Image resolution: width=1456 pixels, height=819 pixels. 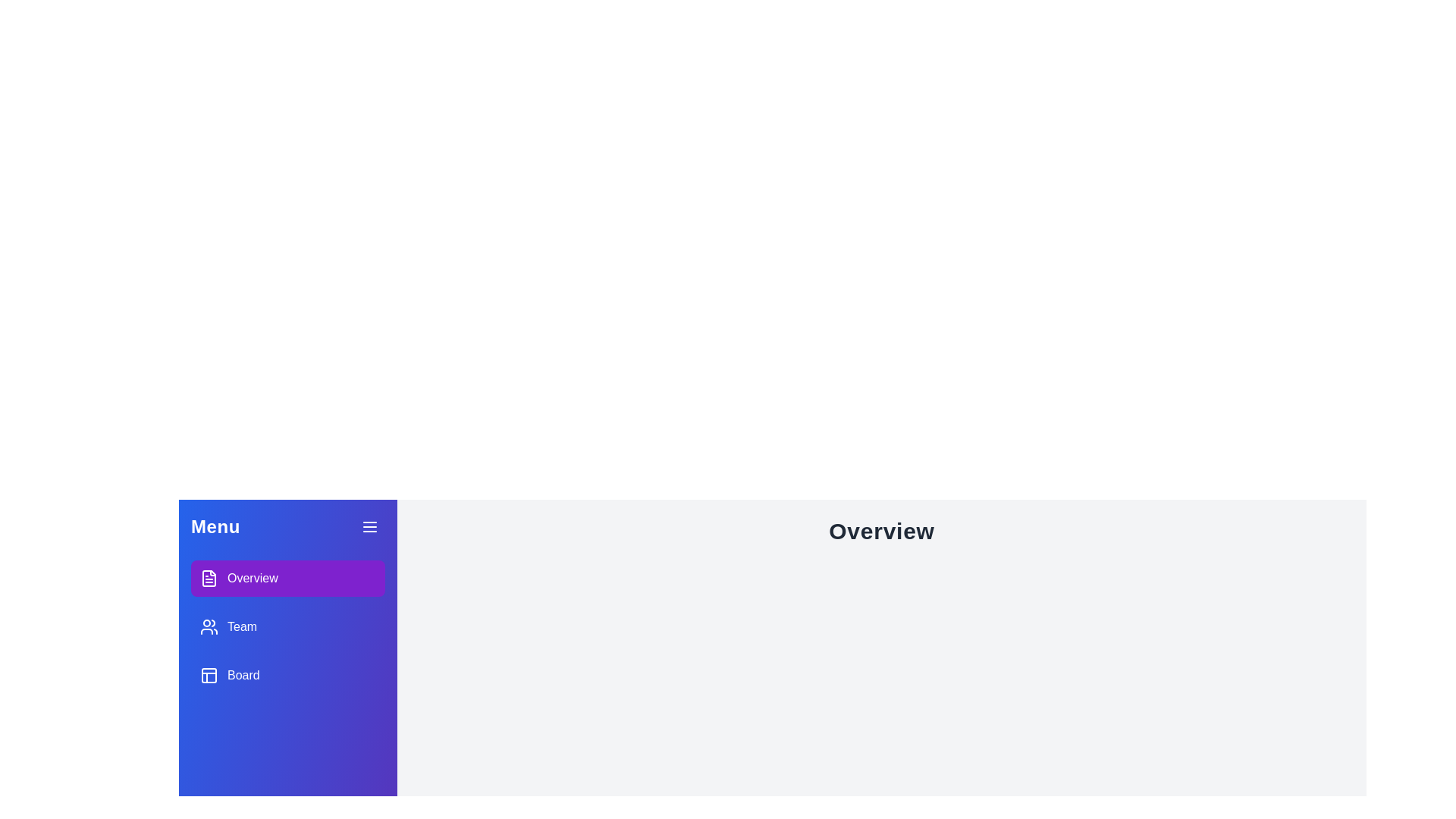 What do you see at coordinates (370, 526) in the screenshot?
I see `the menu icon button to toggle the side drawer visibility` at bounding box center [370, 526].